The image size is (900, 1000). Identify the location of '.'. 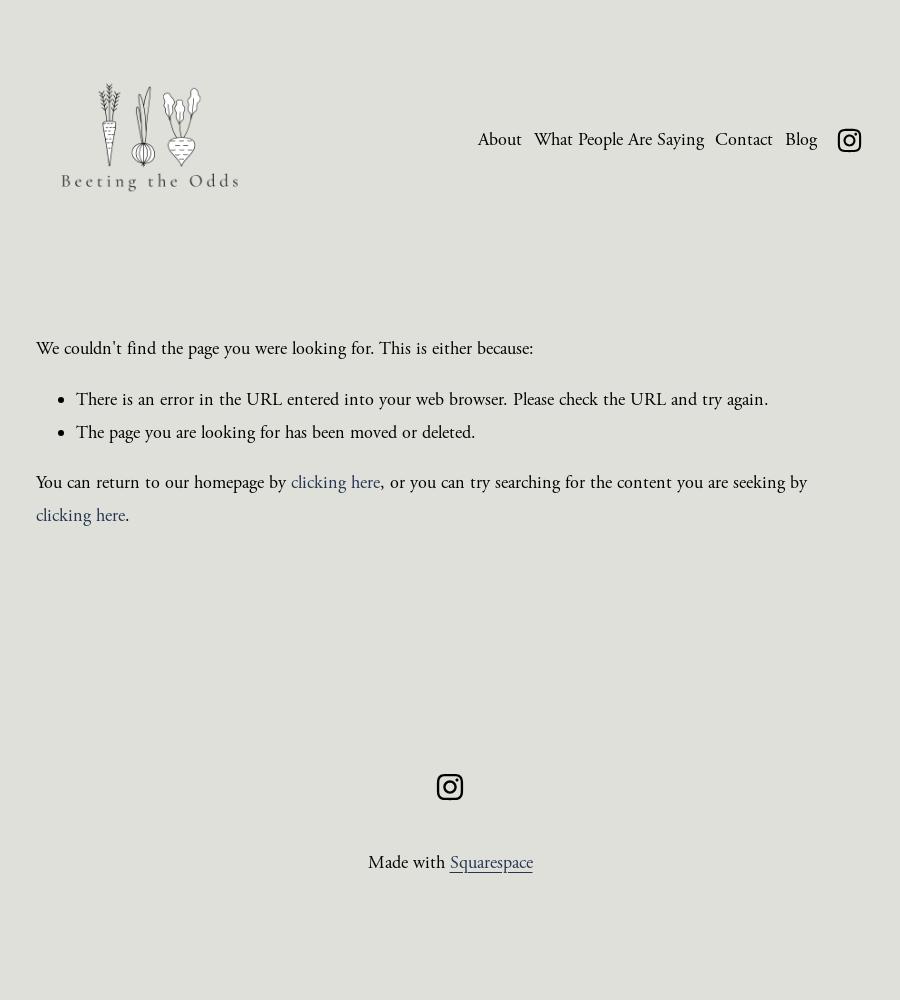
(127, 515).